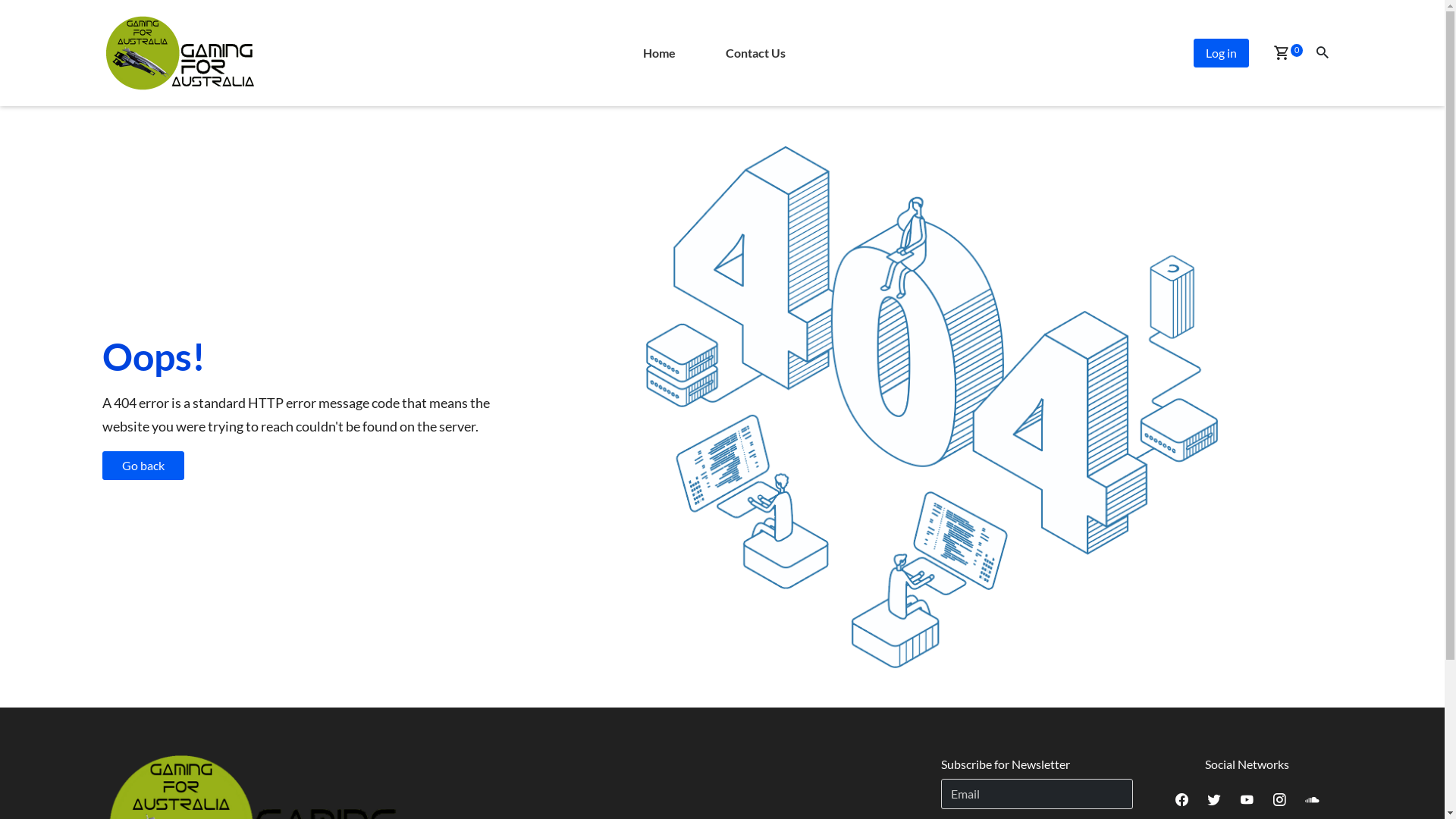 This screenshot has width=1456, height=819. Describe the element at coordinates (142, 464) in the screenshot. I see `'Go back'` at that location.